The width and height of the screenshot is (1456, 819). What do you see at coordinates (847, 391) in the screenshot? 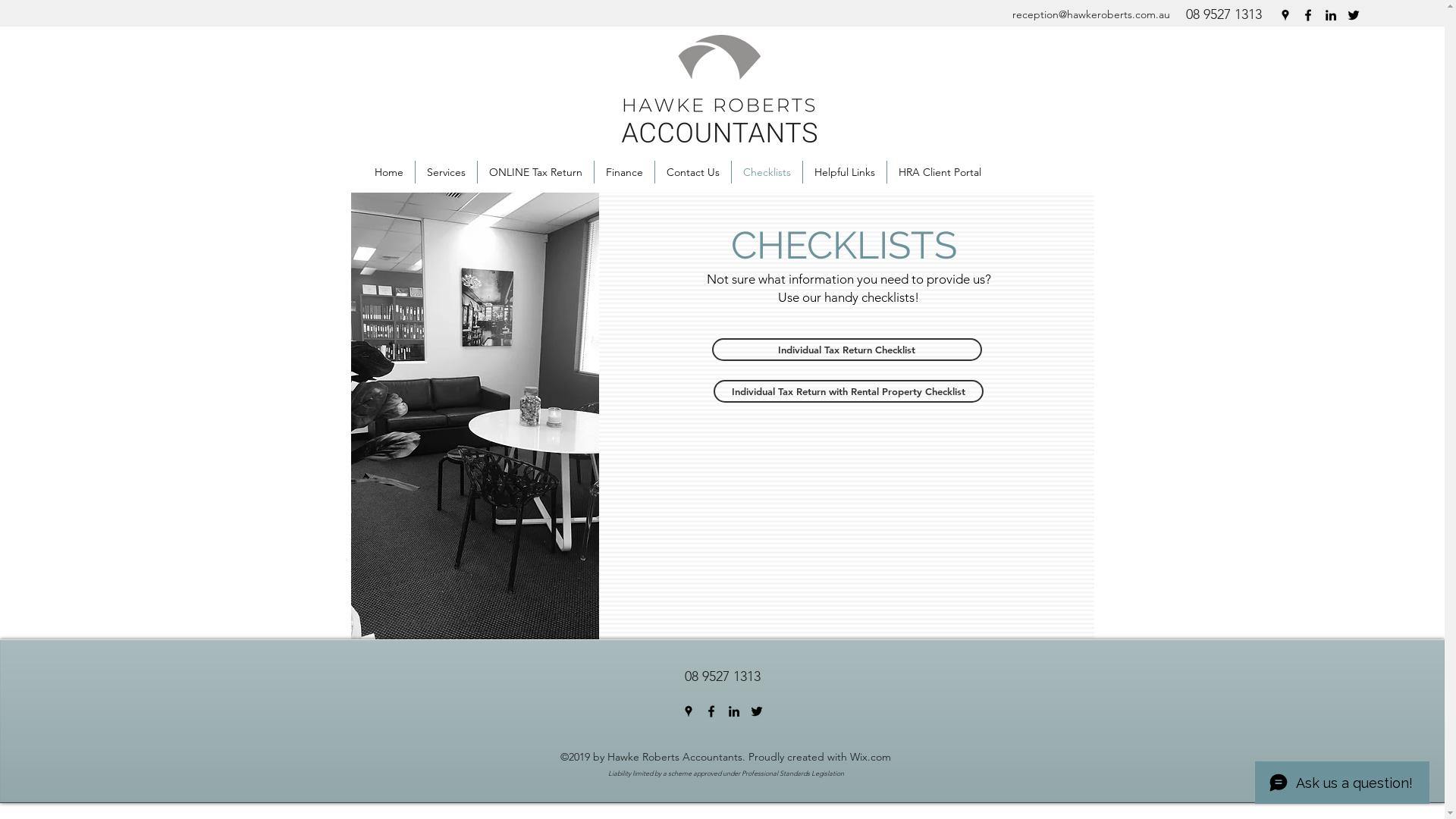
I see `'Individual Tax Return with Rental Property Checklist'` at bounding box center [847, 391].